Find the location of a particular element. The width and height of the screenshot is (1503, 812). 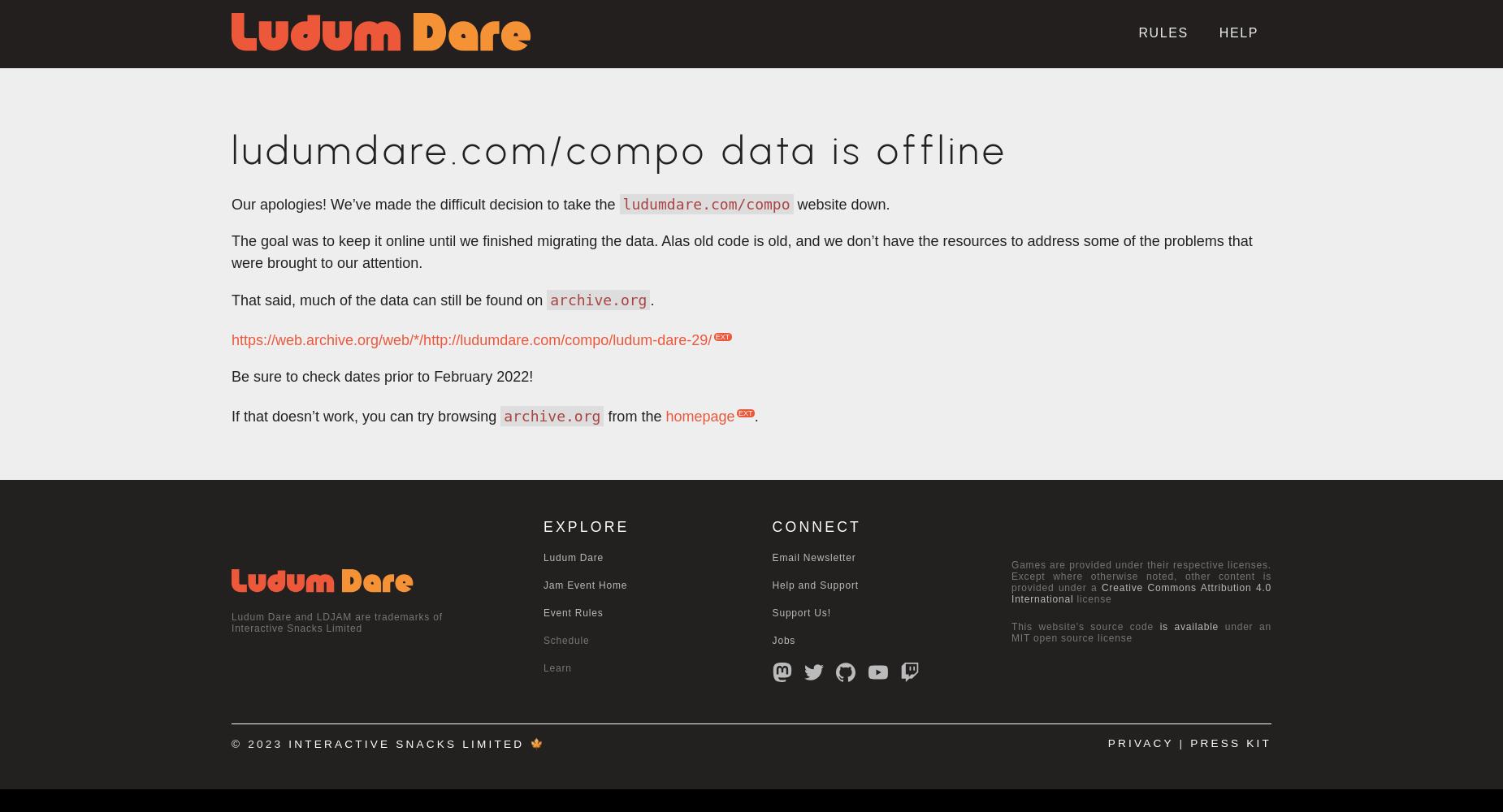

'HELP' is located at coordinates (1238, 32).